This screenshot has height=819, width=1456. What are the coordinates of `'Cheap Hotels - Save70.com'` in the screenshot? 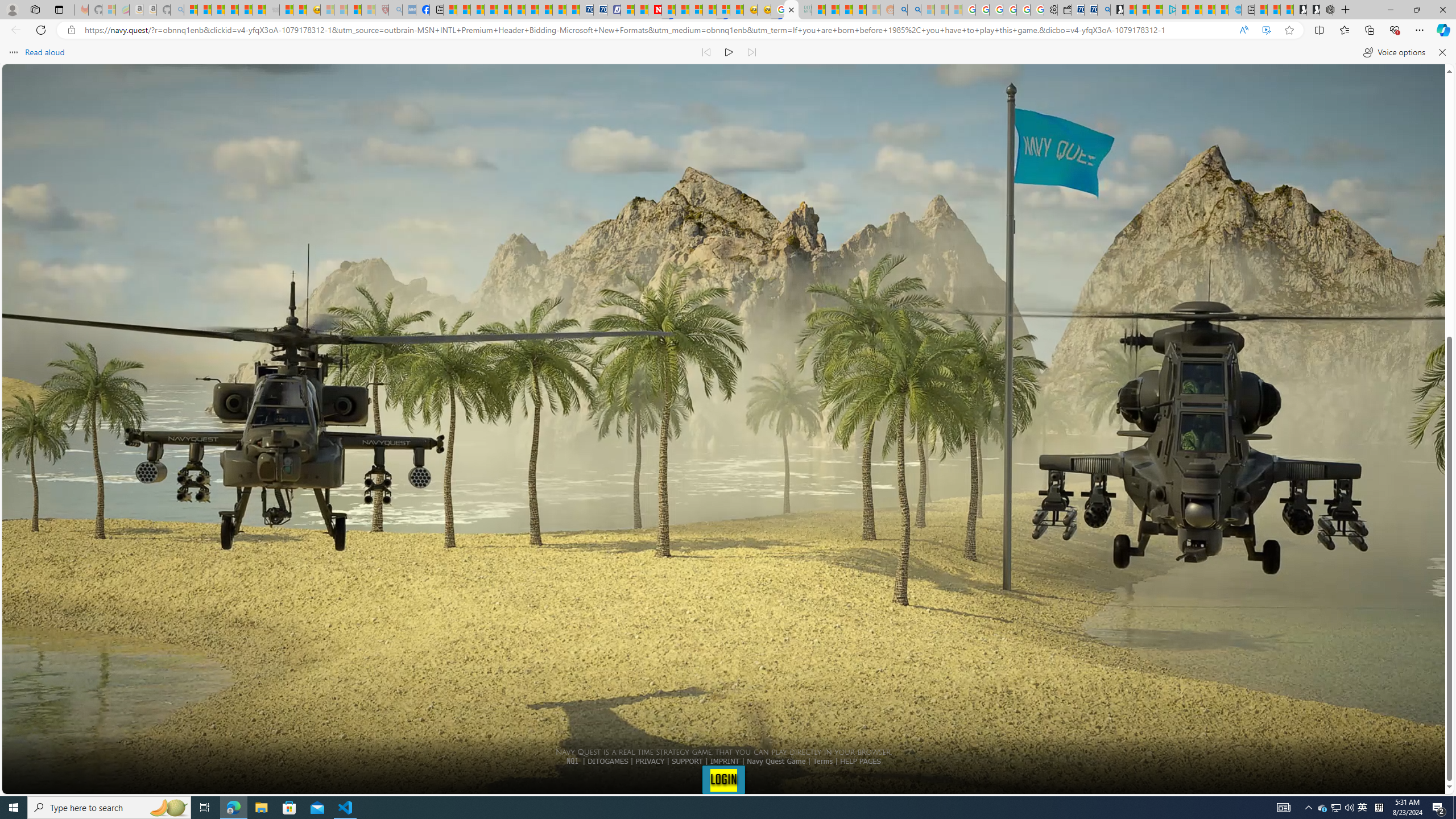 It's located at (599, 9).